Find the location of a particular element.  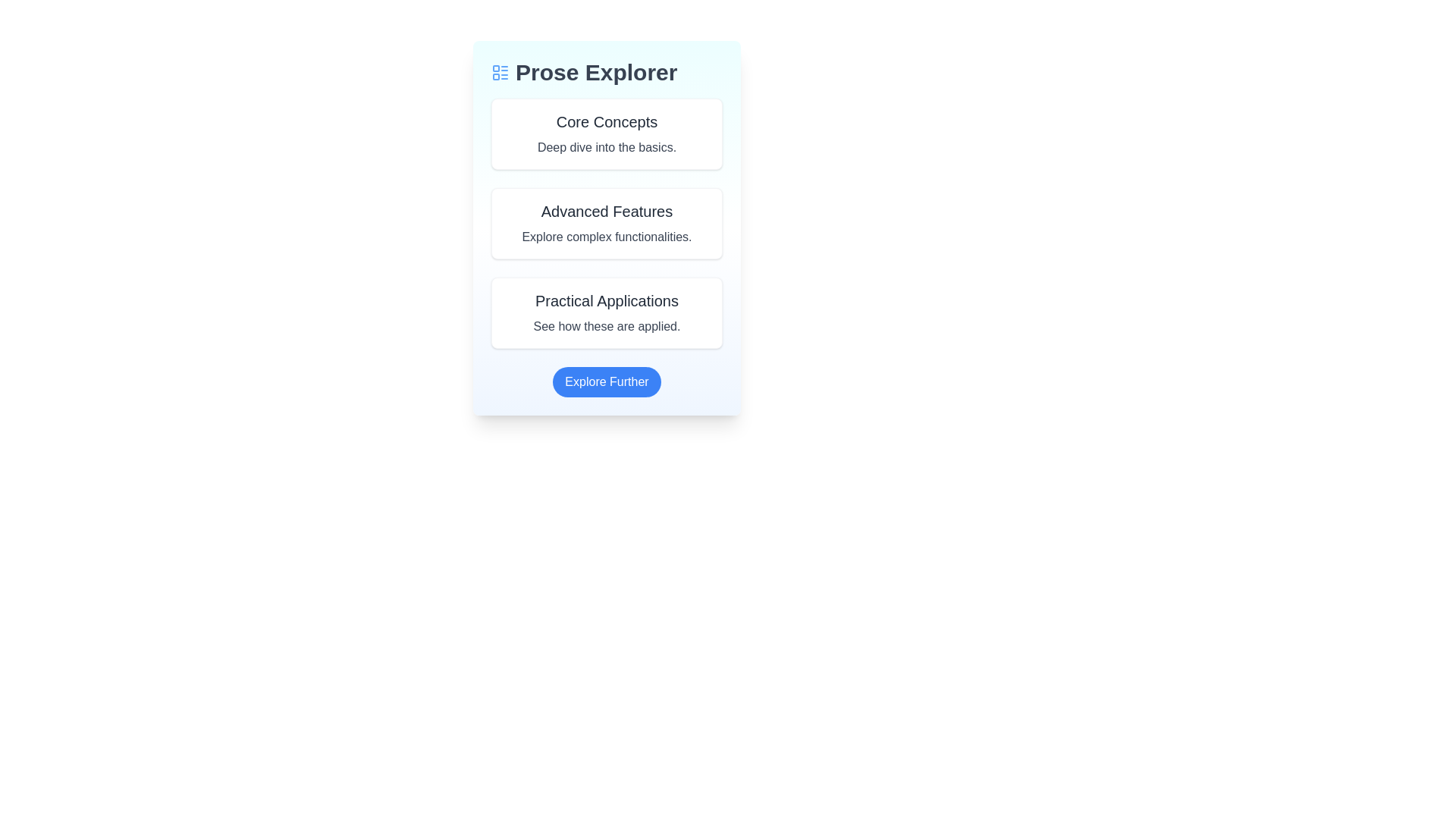

the static text displaying 'Explore complex functionalities.' which is positioned below the heading 'Advanced Features' is located at coordinates (607, 237).